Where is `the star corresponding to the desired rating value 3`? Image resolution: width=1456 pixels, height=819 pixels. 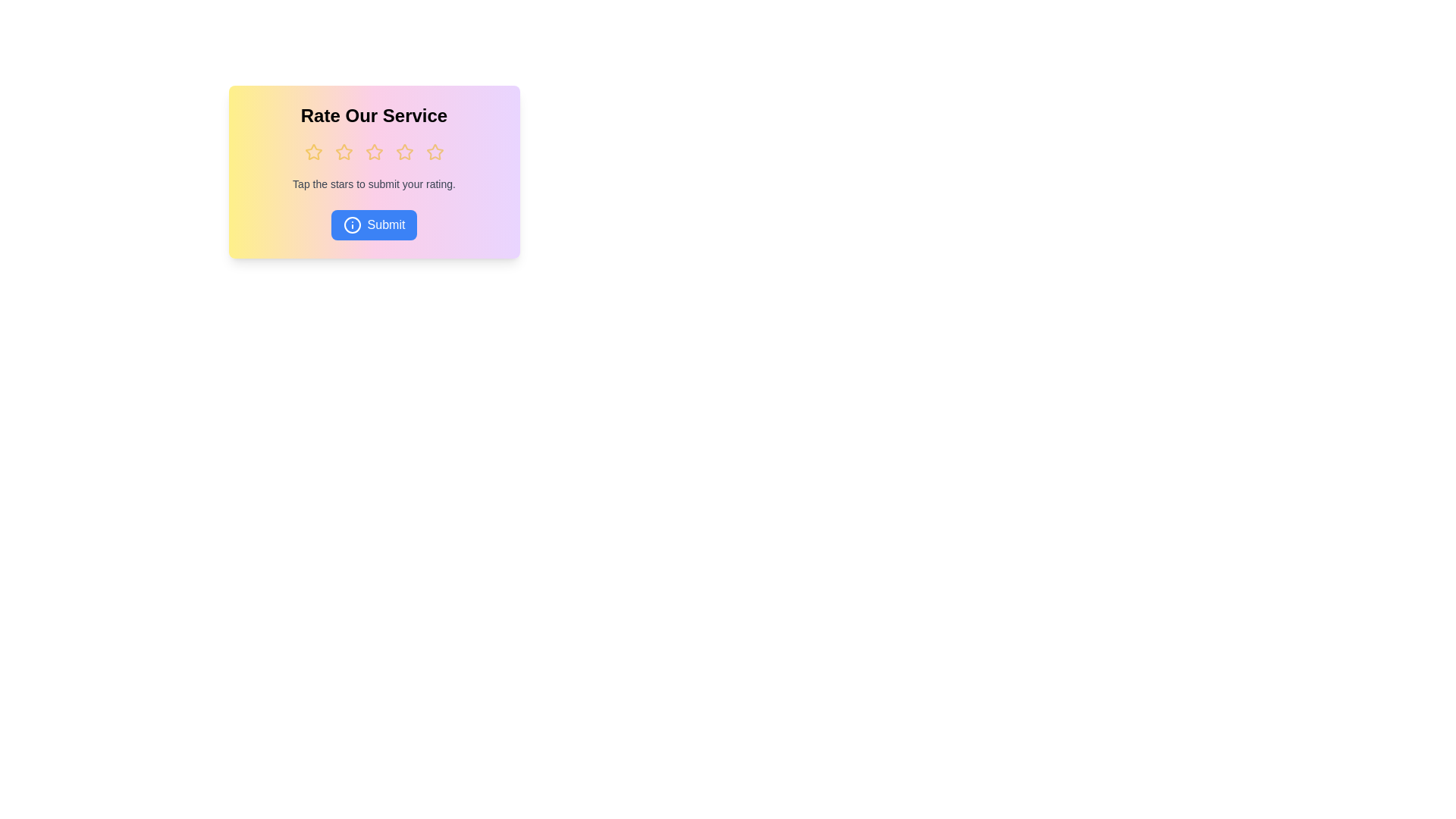
the star corresponding to the desired rating value 3 is located at coordinates (374, 152).